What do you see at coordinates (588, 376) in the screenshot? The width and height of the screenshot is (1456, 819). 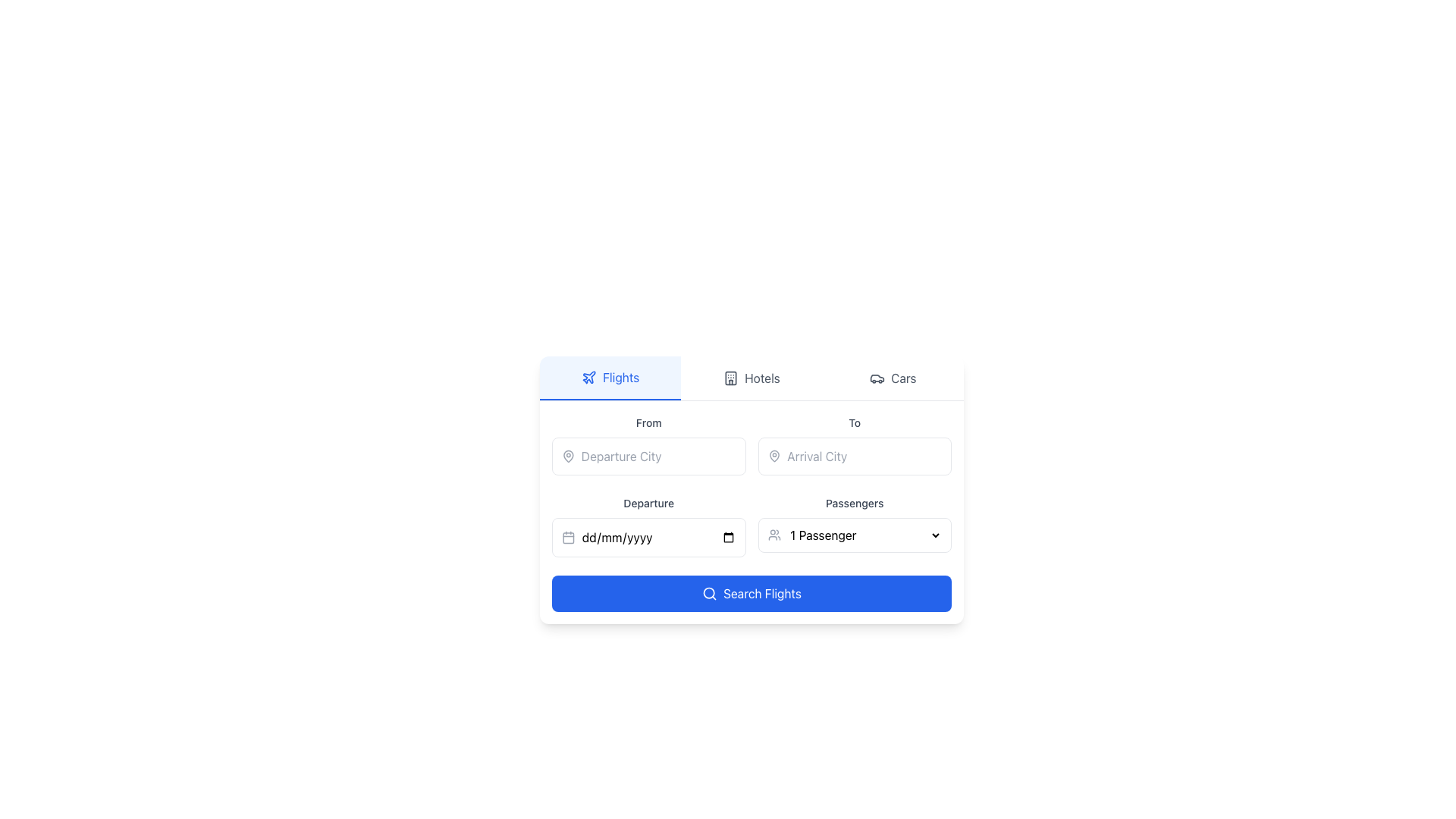 I see `the plane icon with a blue outline located in the 'Flights' tab, positioned to the left of the text label 'Flights'` at bounding box center [588, 376].